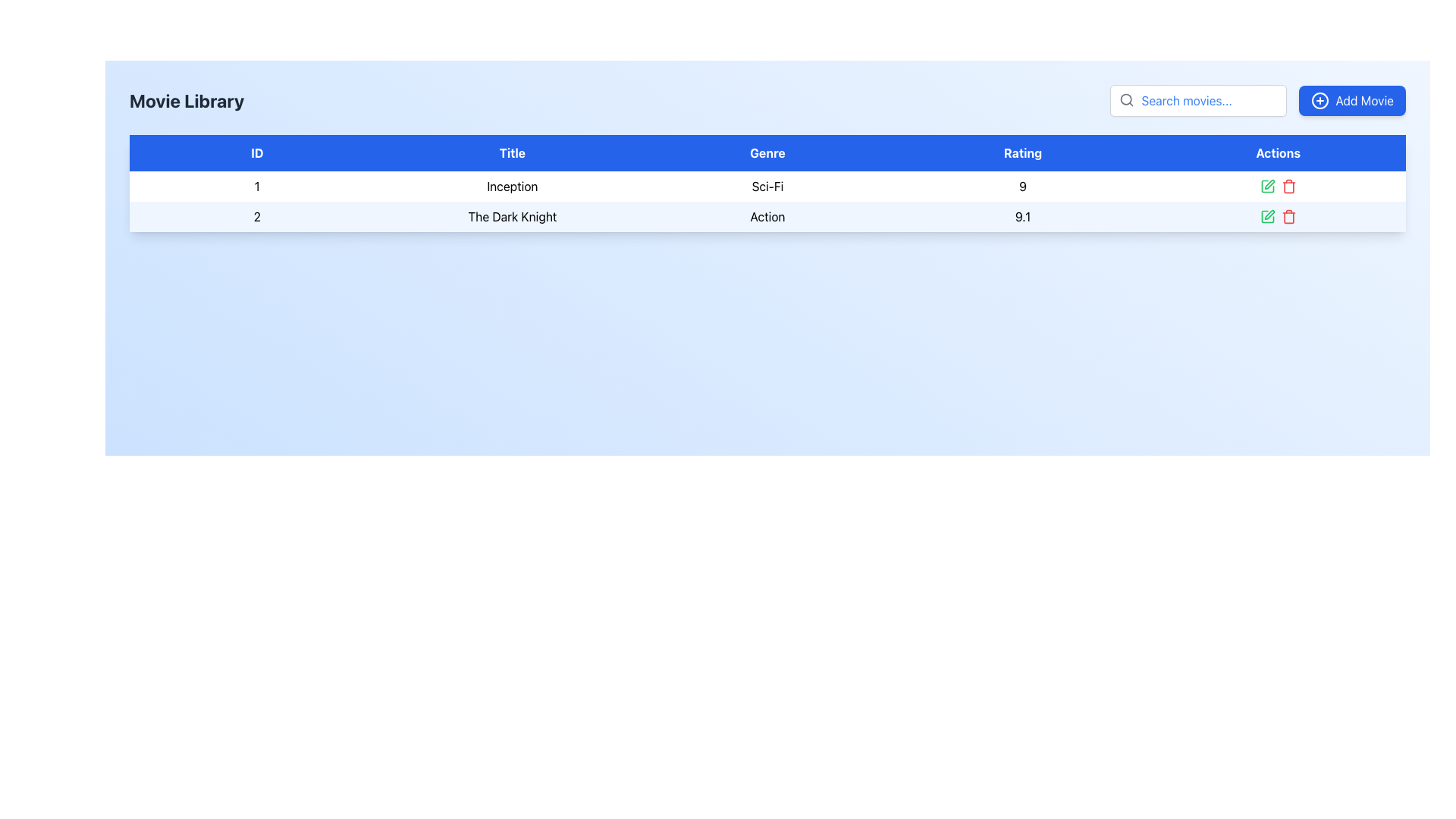 The image size is (1456, 819). I want to click on the Table Header Row, which features a blue background with white centered text displaying column titles: 'ID', 'Title', 'Genre', 'Rating', and 'Actions', so click(767, 152).